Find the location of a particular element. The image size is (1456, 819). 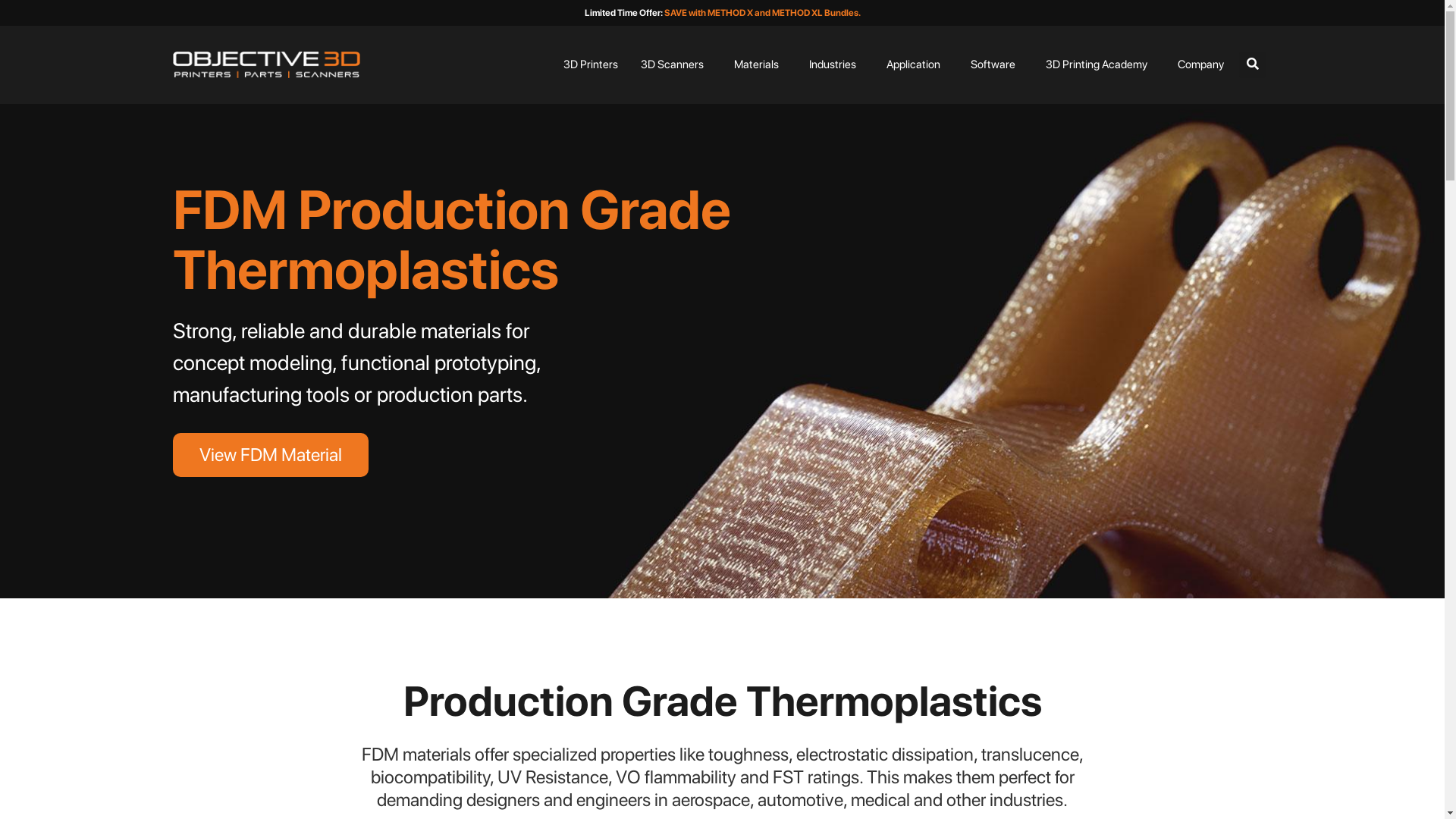

'View FDM Material' is located at coordinates (172, 454).